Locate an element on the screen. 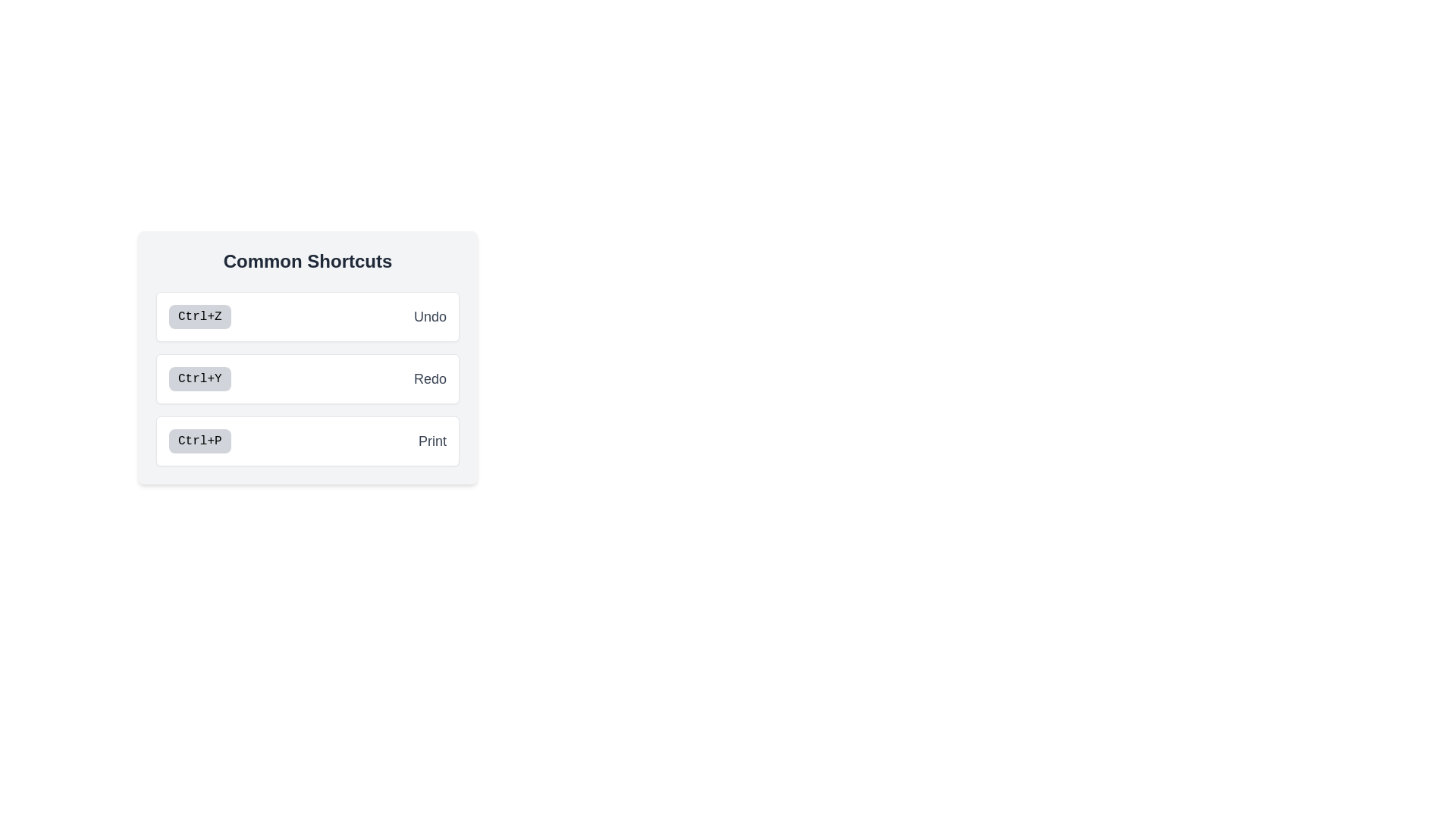 Image resolution: width=1456 pixels, height=819 pixels. the Text Label representing the keyboard shortcut 'Ctrl+P' located to the left of the word 'Print' in the 'Common Shortcuts' list is located at coordinates (199, 441).